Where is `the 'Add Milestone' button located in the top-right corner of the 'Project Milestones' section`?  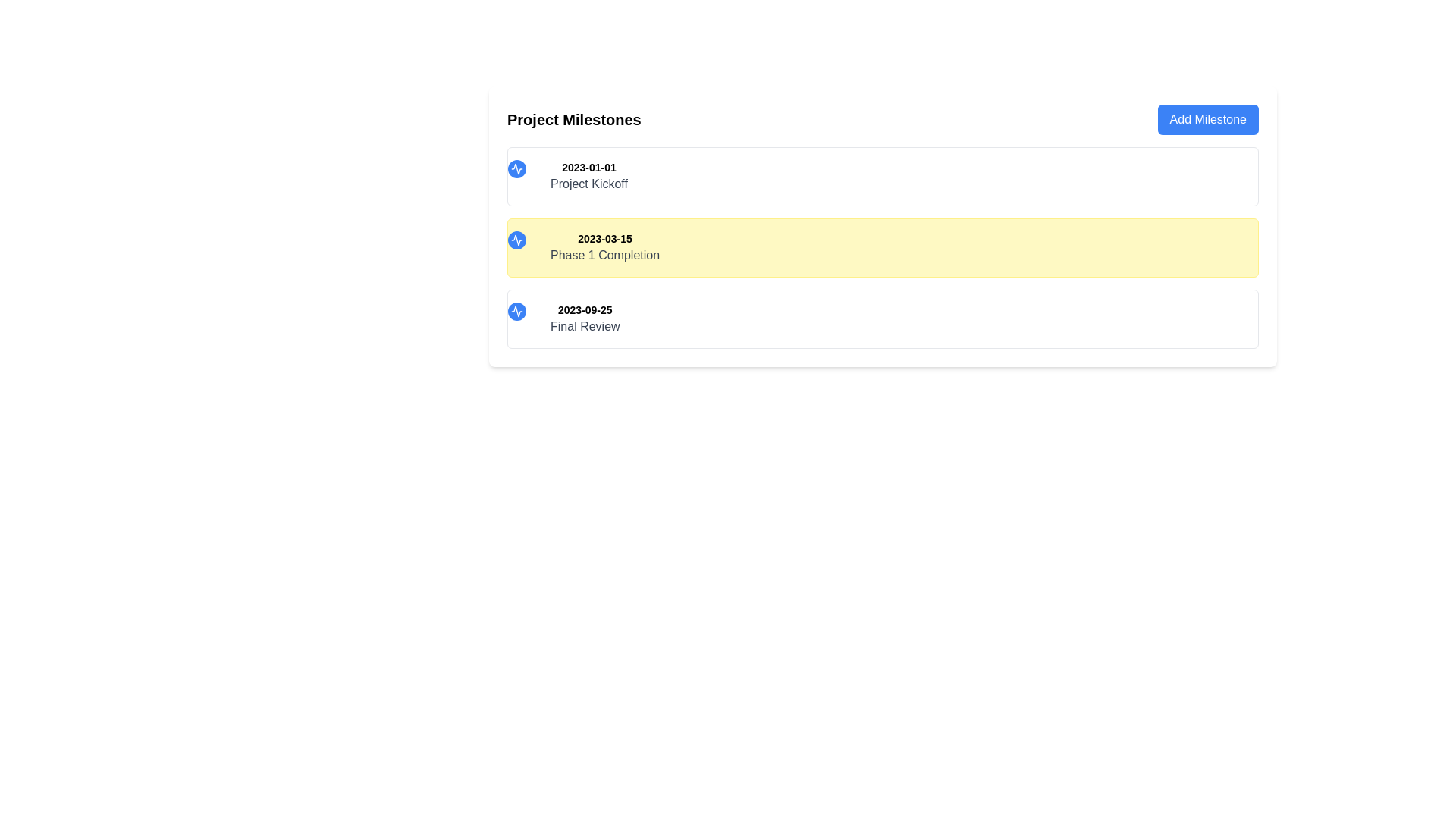 the 'Add Milestone' button located in the top-right corner of the 'Project Milestones' section is located at coordinates (1207, 119).